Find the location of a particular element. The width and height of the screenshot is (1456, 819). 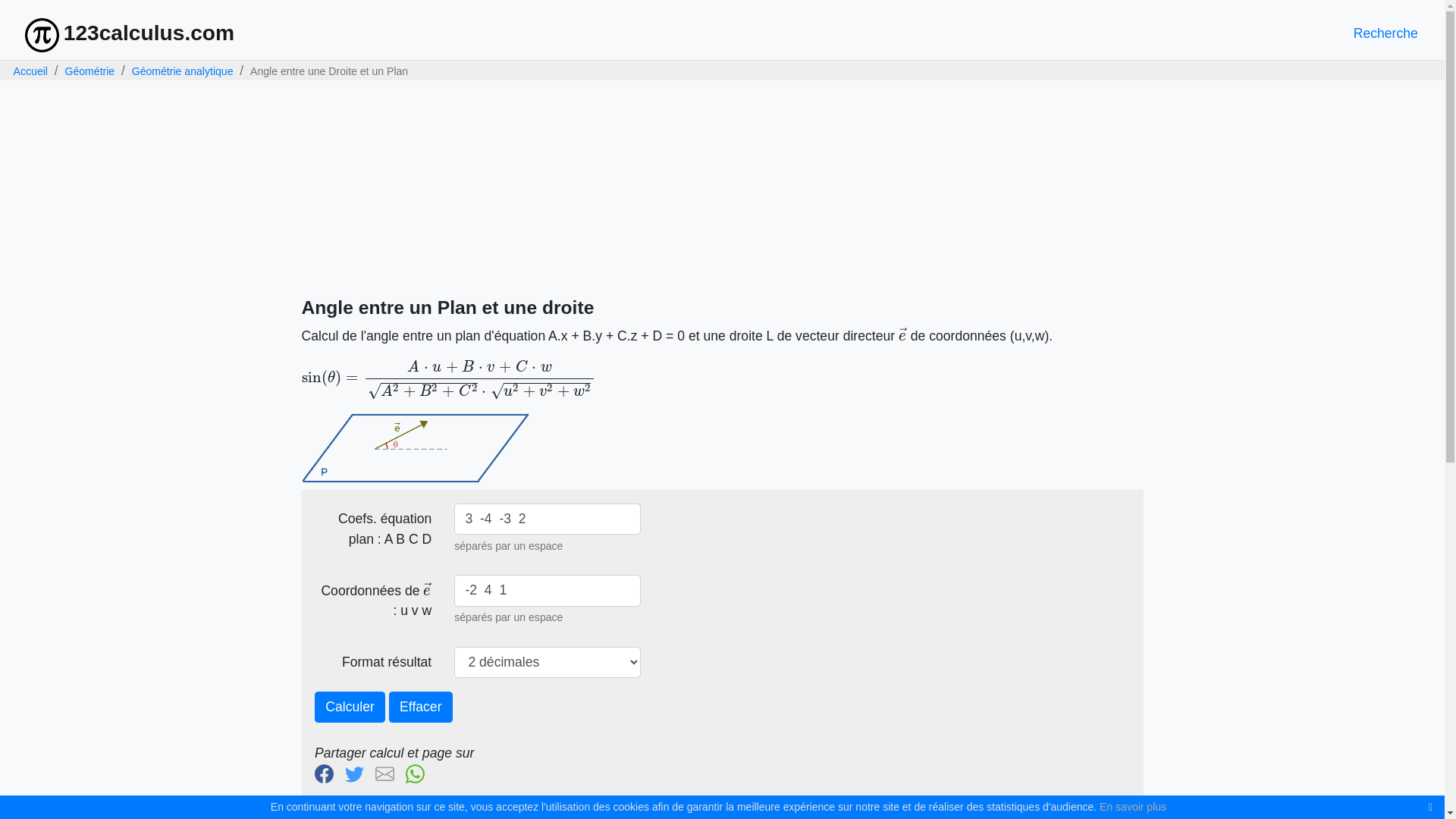

'123calculus.com' is located at coordinates (130, 33).